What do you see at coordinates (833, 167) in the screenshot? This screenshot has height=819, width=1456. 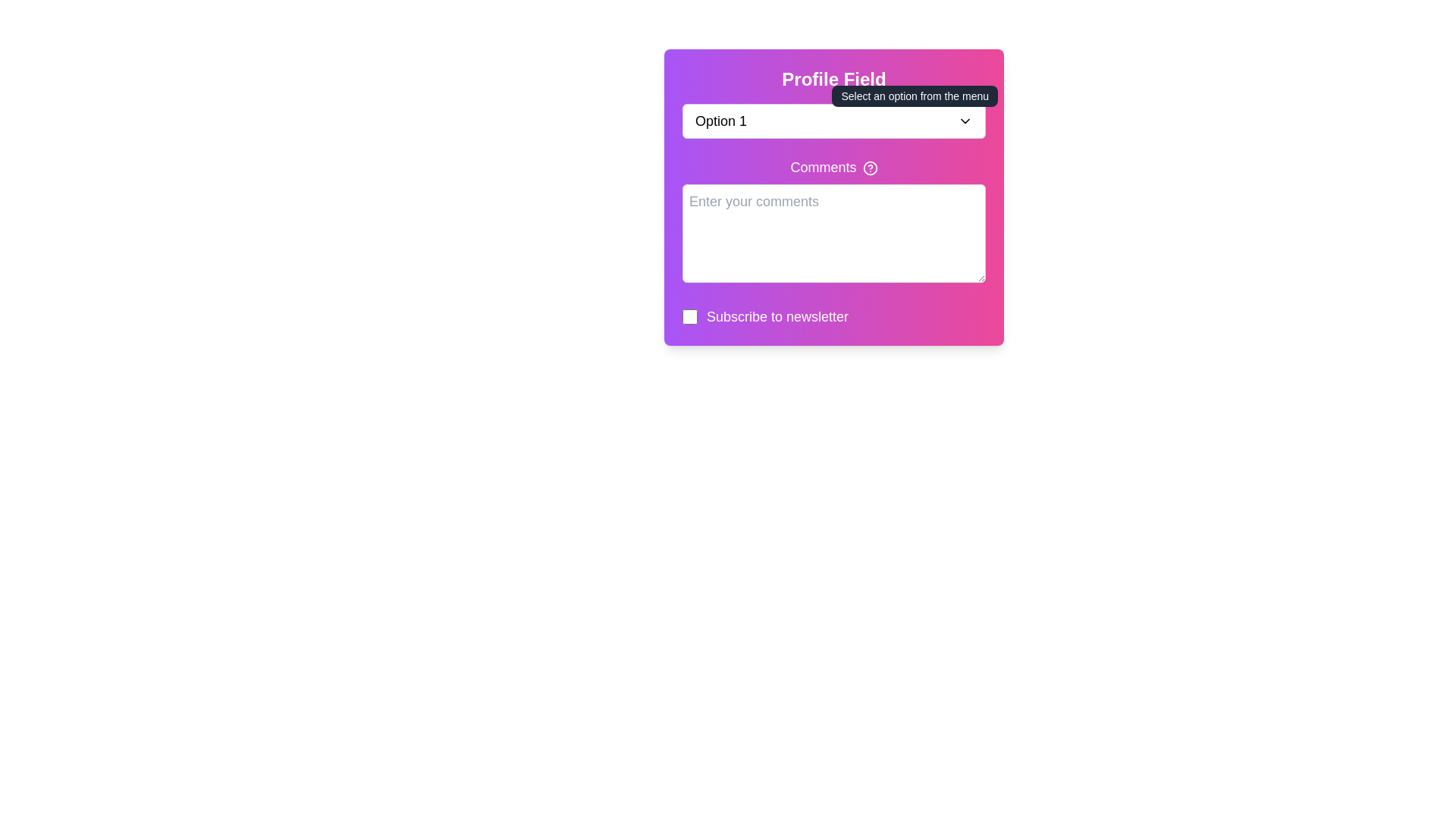 I see `the 'Comments' text label, which is styled in medium font size and white color, positioned on a gradient pink-purple background, directly above the comments input area` at bounding box center [833, 167].